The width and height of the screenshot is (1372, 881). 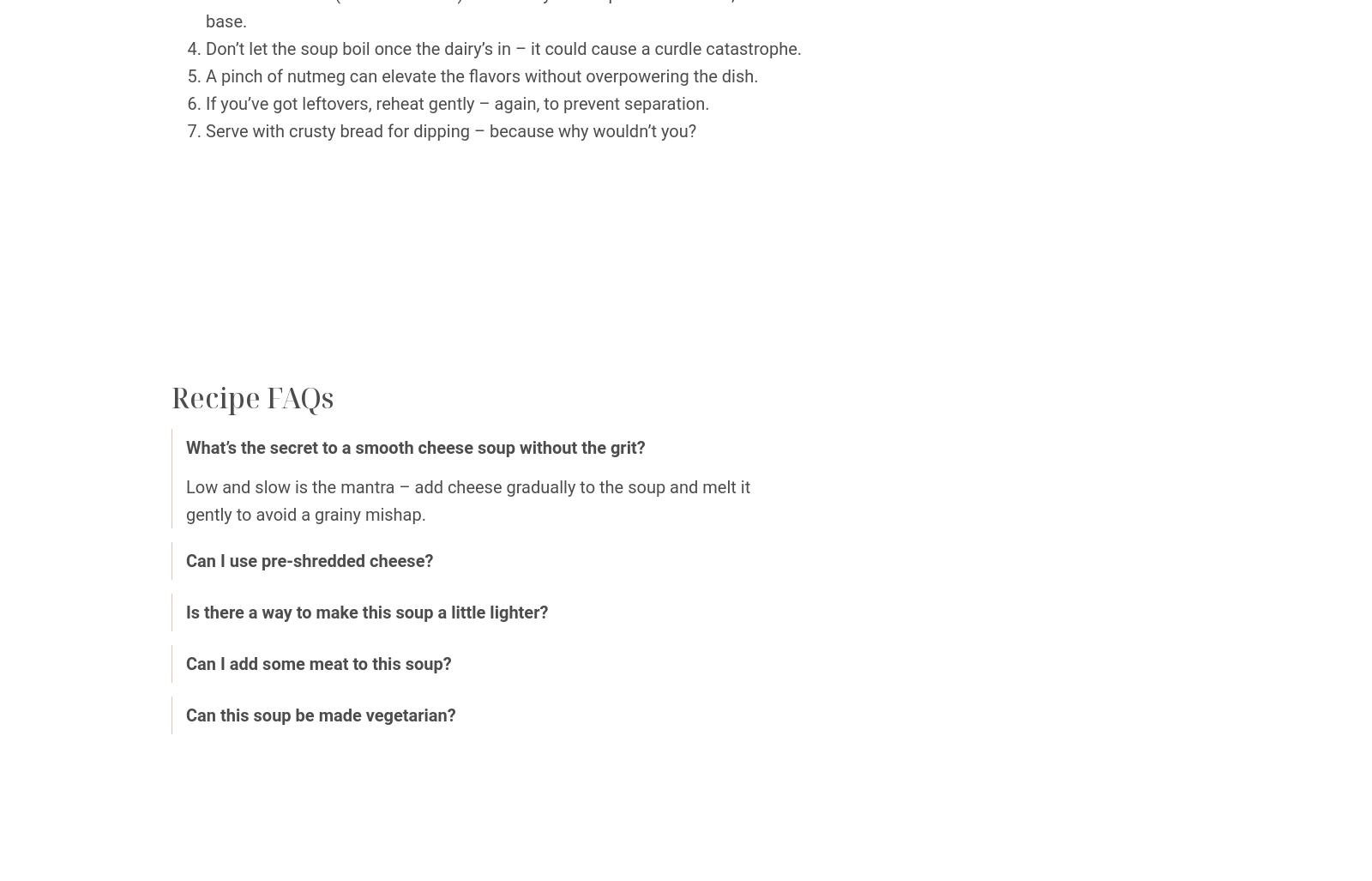 What do you see at coordinates (449, 131) in the screenshot?
I see `'Serve with crusty bread for dipping – because why wouldn’t you?'` at bounding box center [449, 131].